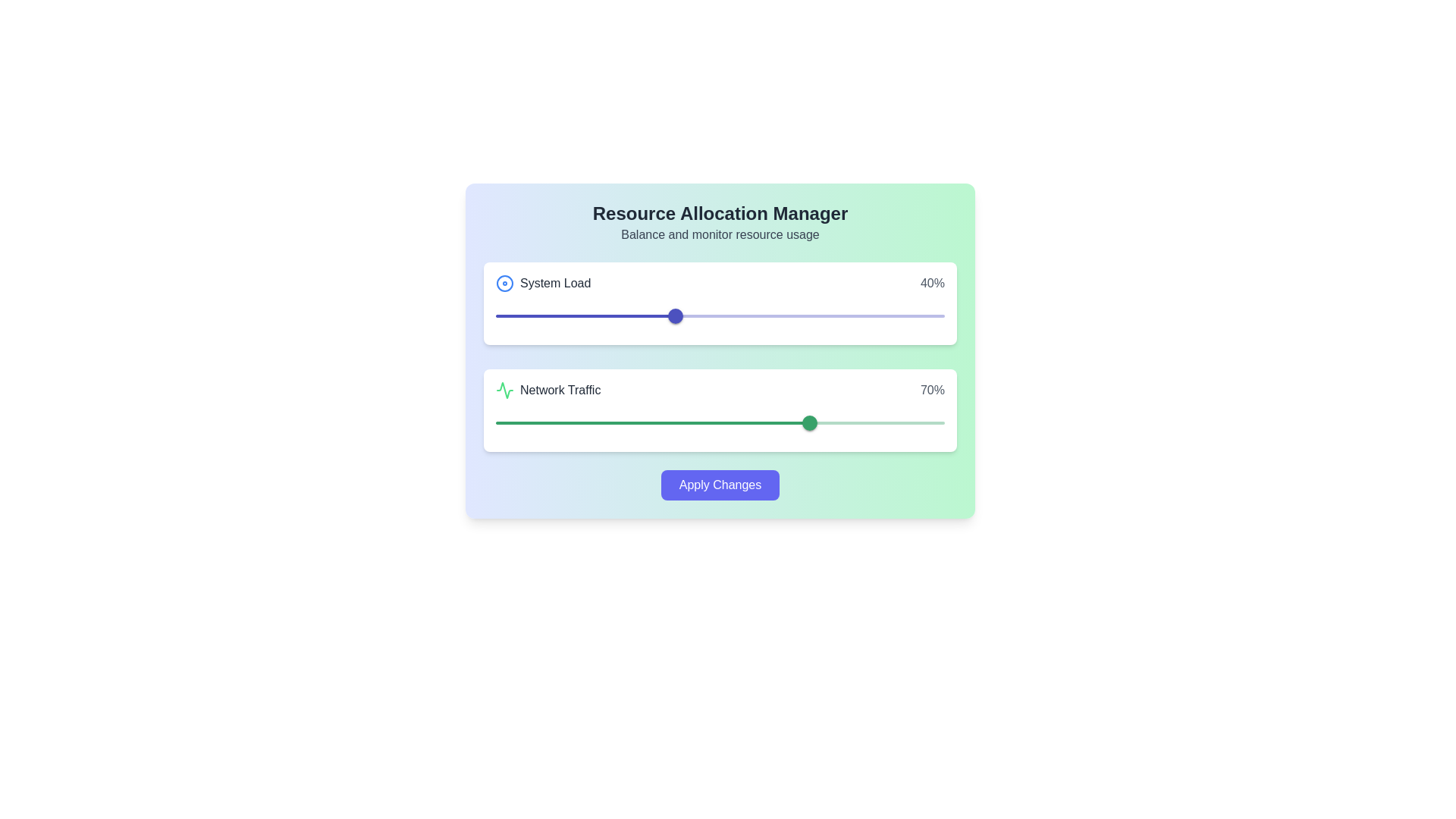 The image size is (1456, 819). I want to click on the text label that displays the current percentage value of network traffic, located to the right of the 'Network Traffic' text and its associated graphic icon, so click(931, 390).